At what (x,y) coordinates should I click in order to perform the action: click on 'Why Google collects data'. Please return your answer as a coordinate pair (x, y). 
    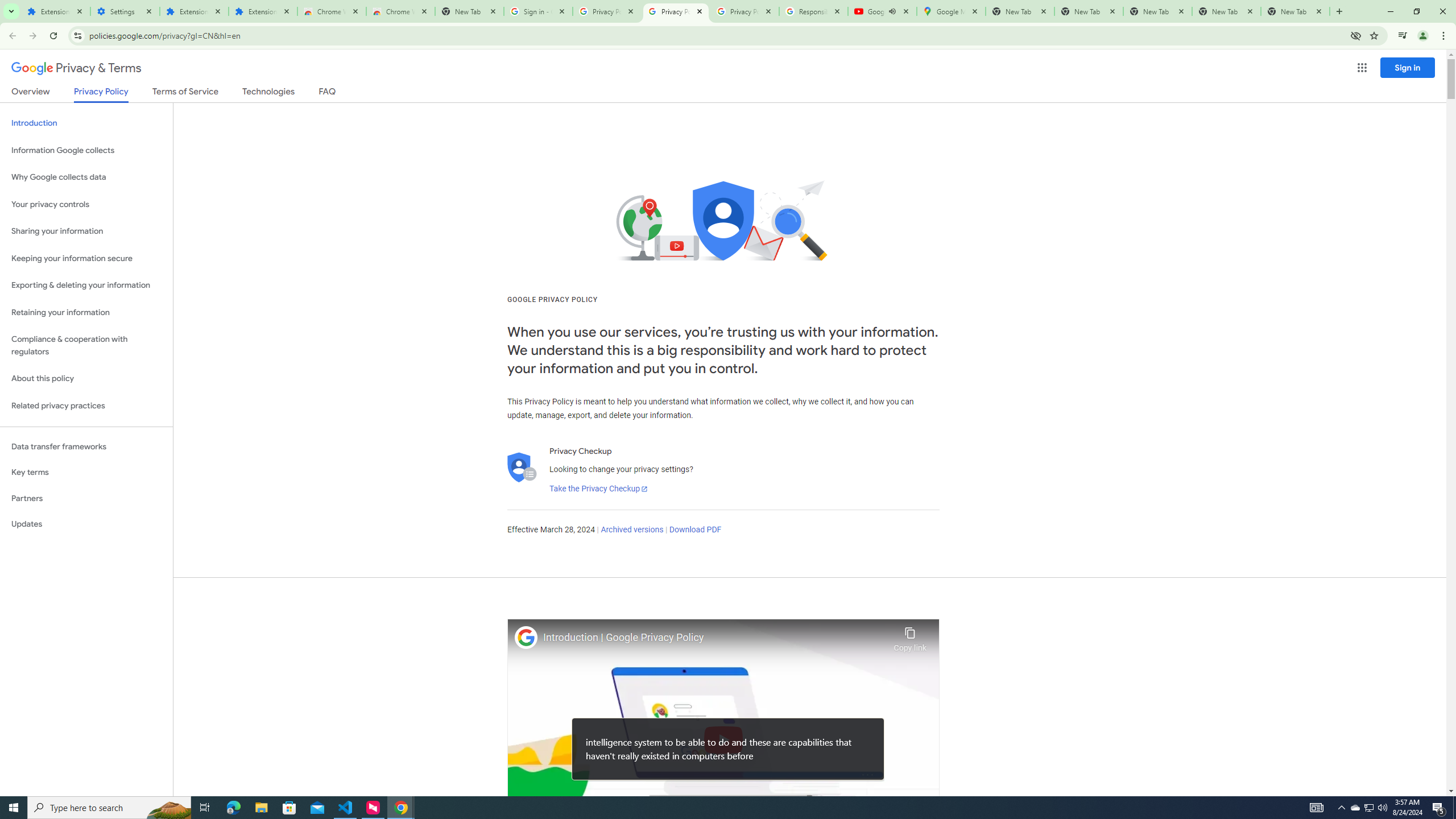
    Looking at the image, I should click on (86, 176).